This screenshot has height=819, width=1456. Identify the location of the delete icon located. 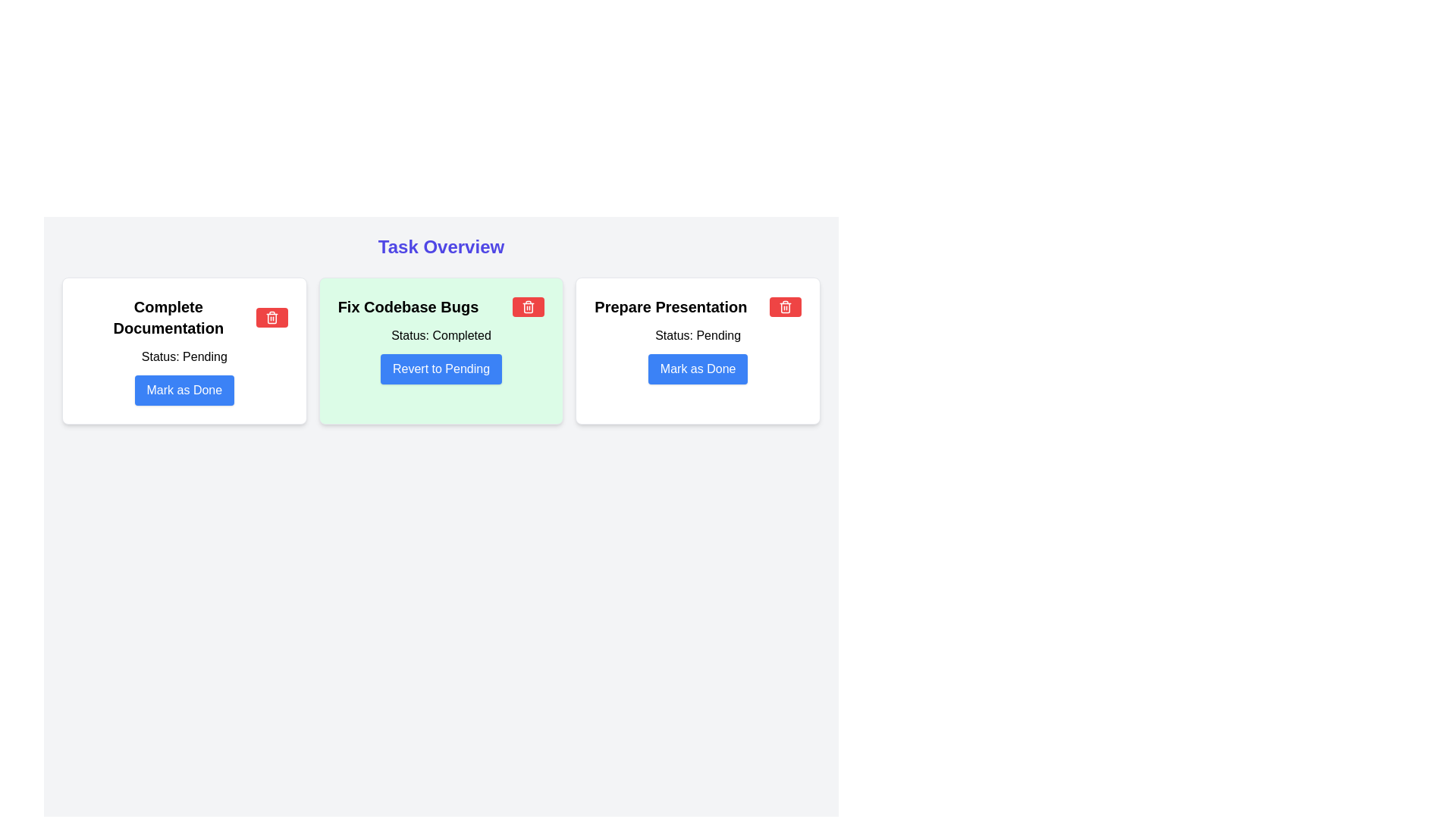
(529, 307).